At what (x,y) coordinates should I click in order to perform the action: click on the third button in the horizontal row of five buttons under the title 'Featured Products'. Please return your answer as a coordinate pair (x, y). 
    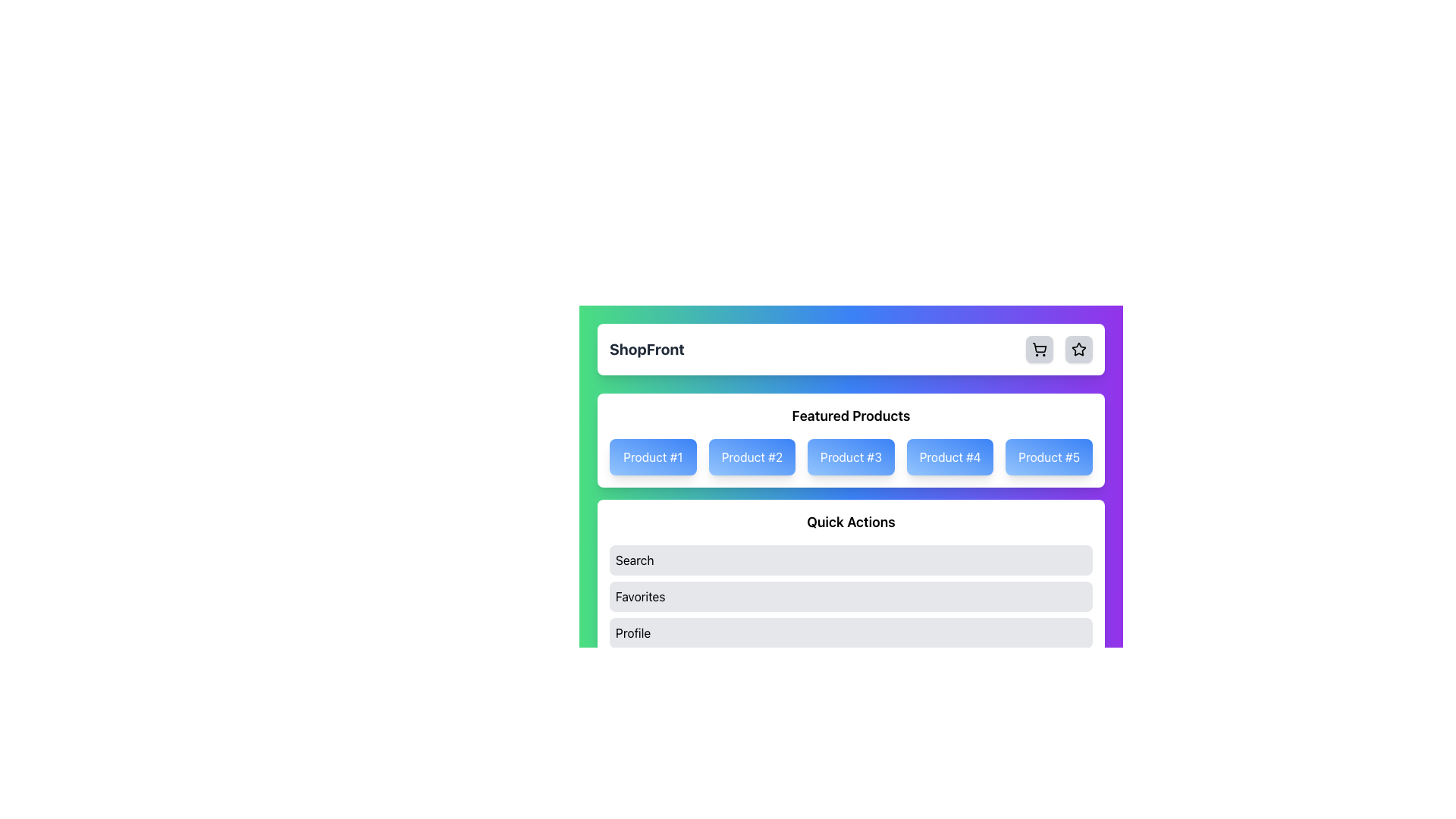
    Looking at the image, I should click on (851, 456).